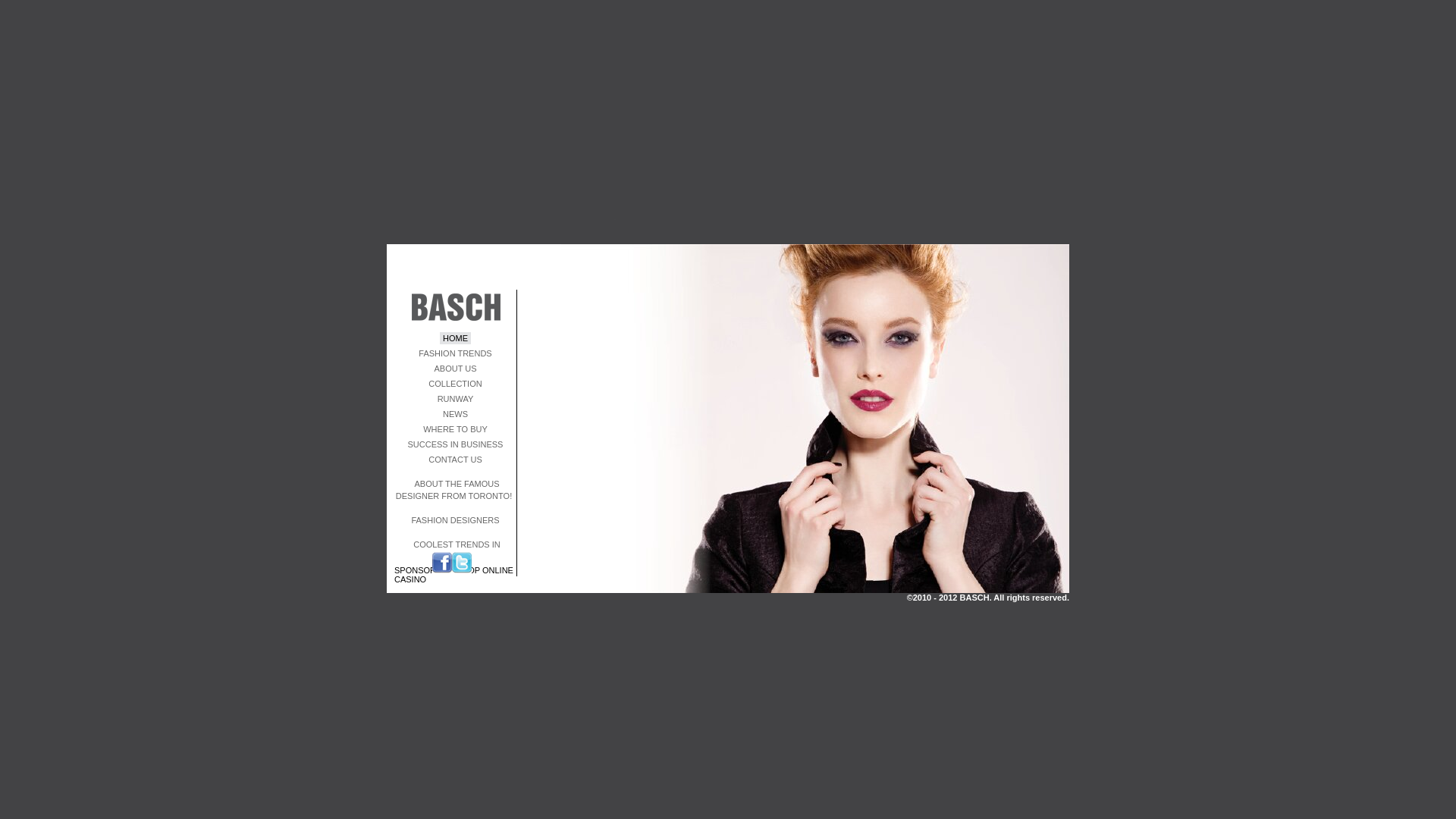 This screenshot has height=819, width=1456. I want to click on 'RUNWAY', so click(454, 397).